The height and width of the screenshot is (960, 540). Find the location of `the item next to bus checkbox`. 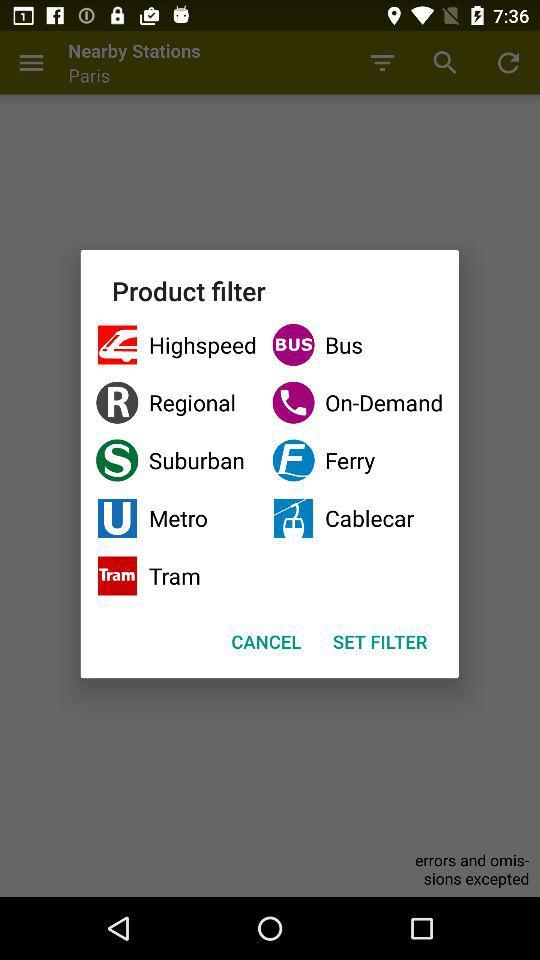

the item next to bus checkbox is located at coordinates (176, 345).